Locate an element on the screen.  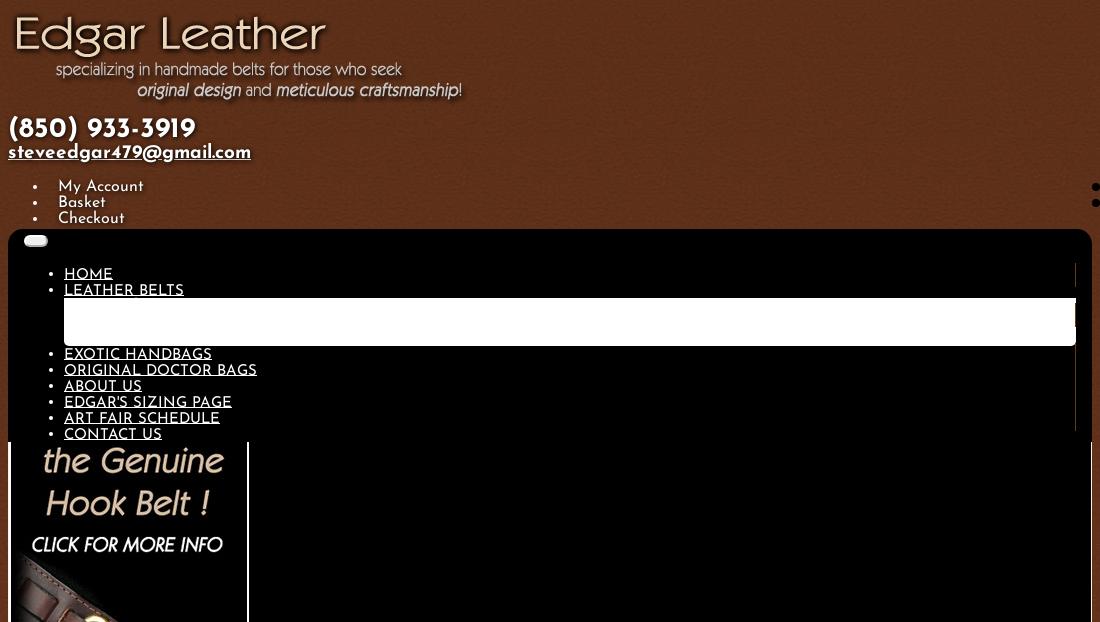
'About Us' is located at coordinates (102, 386).